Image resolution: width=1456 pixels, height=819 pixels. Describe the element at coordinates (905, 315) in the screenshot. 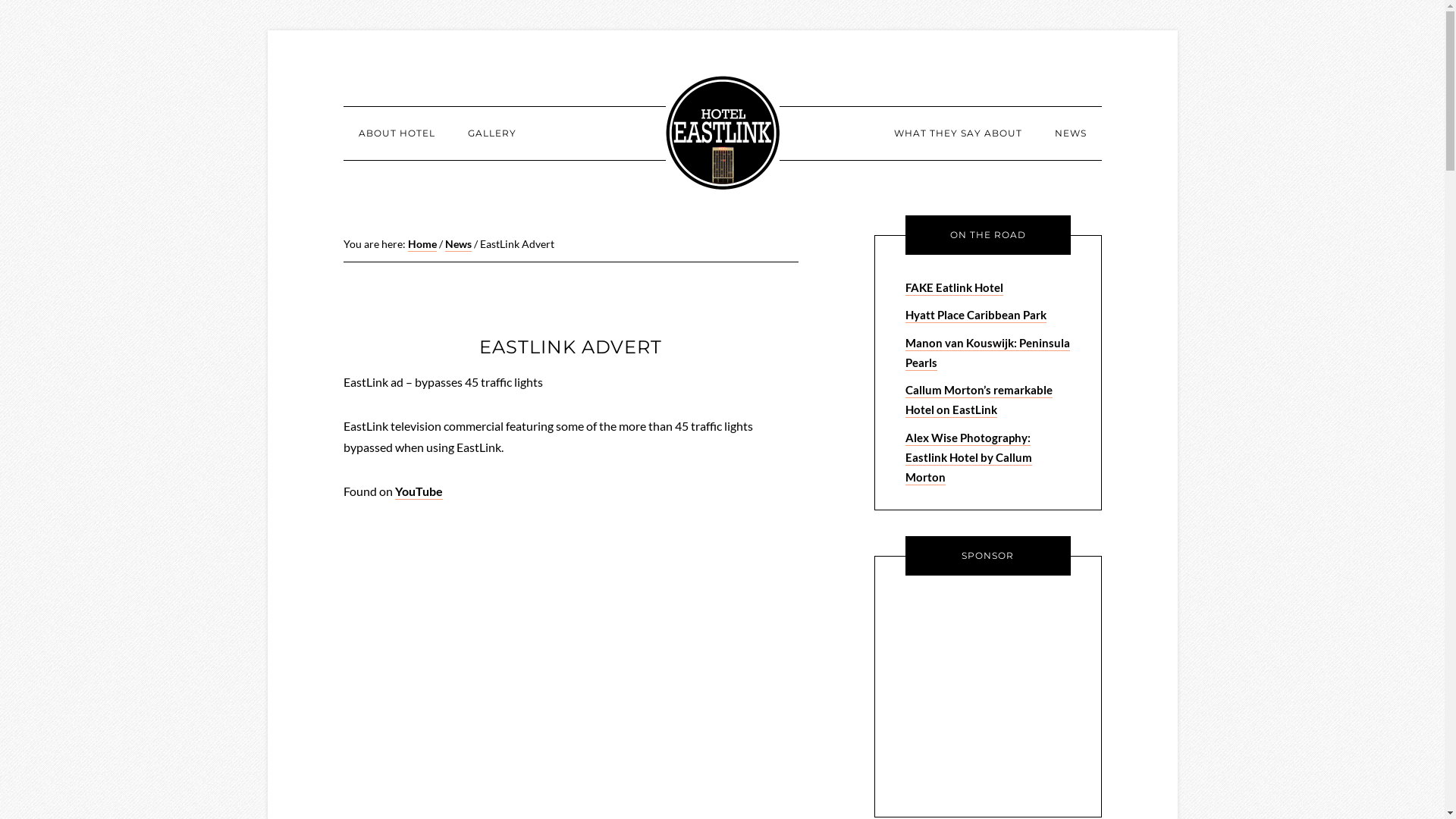

I see `'Hyatt Place Caribbean Park'` at that location.